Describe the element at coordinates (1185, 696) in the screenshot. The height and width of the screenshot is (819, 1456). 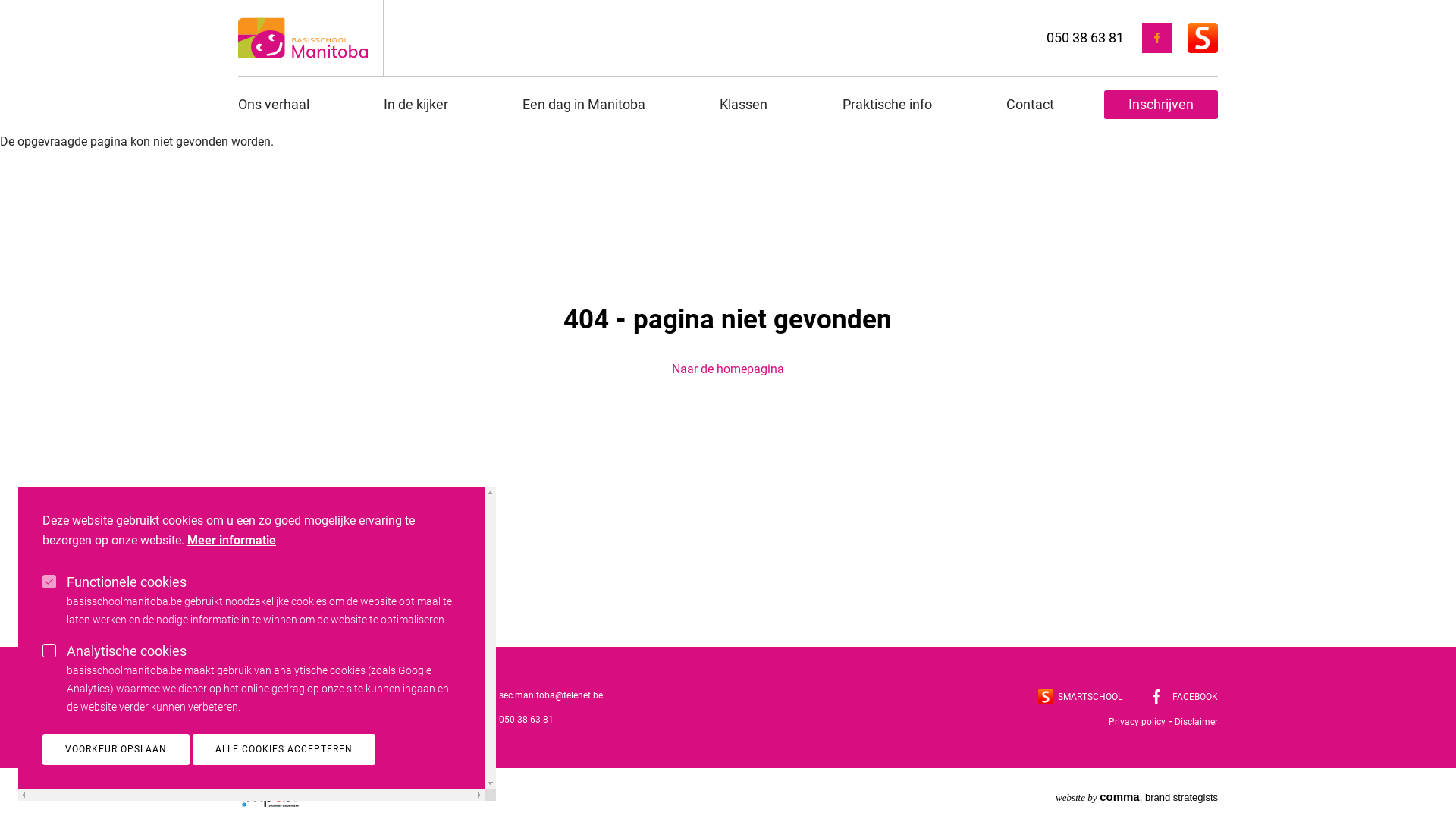
I see `'FACEBOOK'` at that location.